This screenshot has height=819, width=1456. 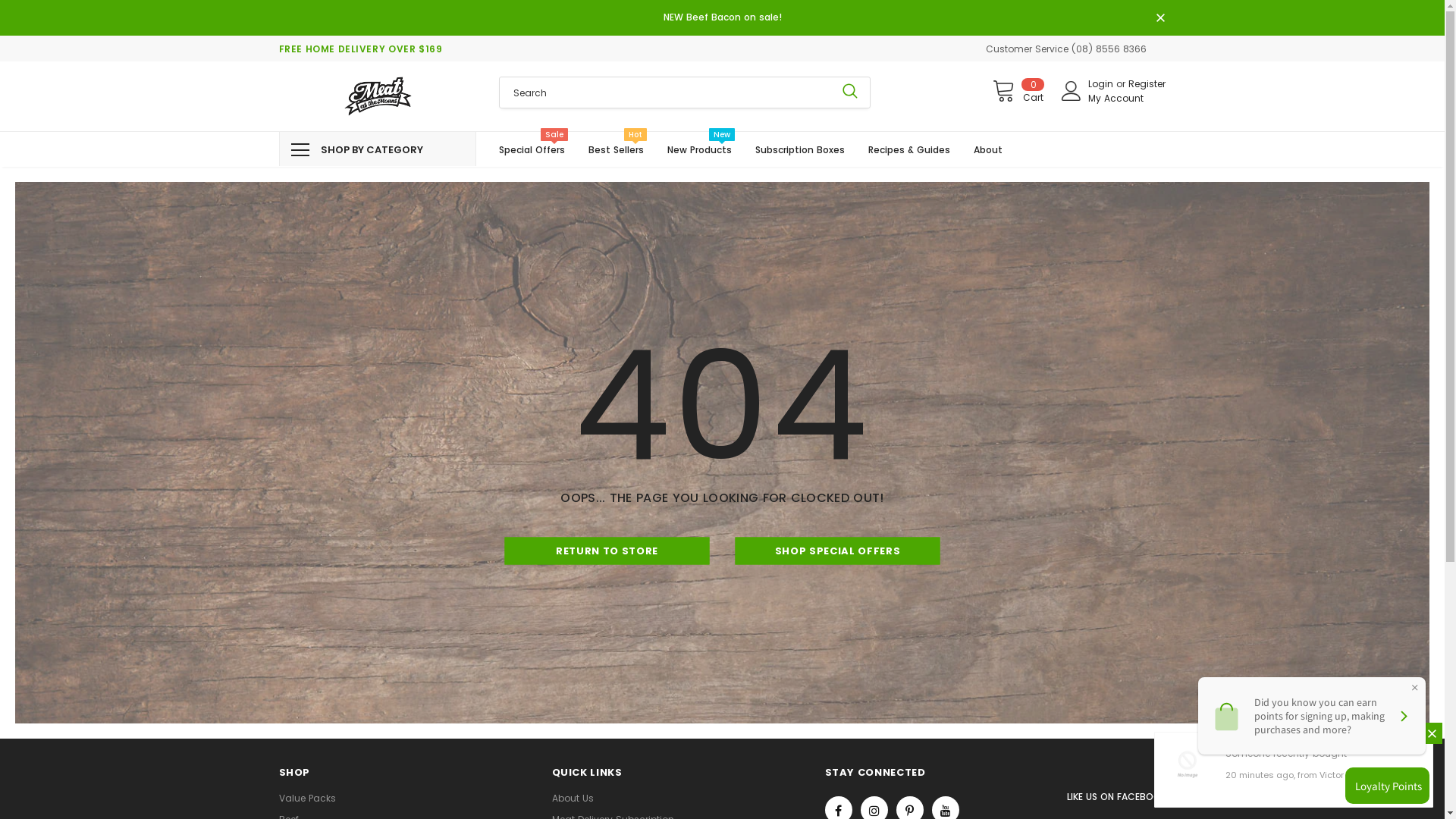 What do you see at coordinates (1102, 83) in the screenshot?
I see `'Login'` at bounding box center [1102, 83].